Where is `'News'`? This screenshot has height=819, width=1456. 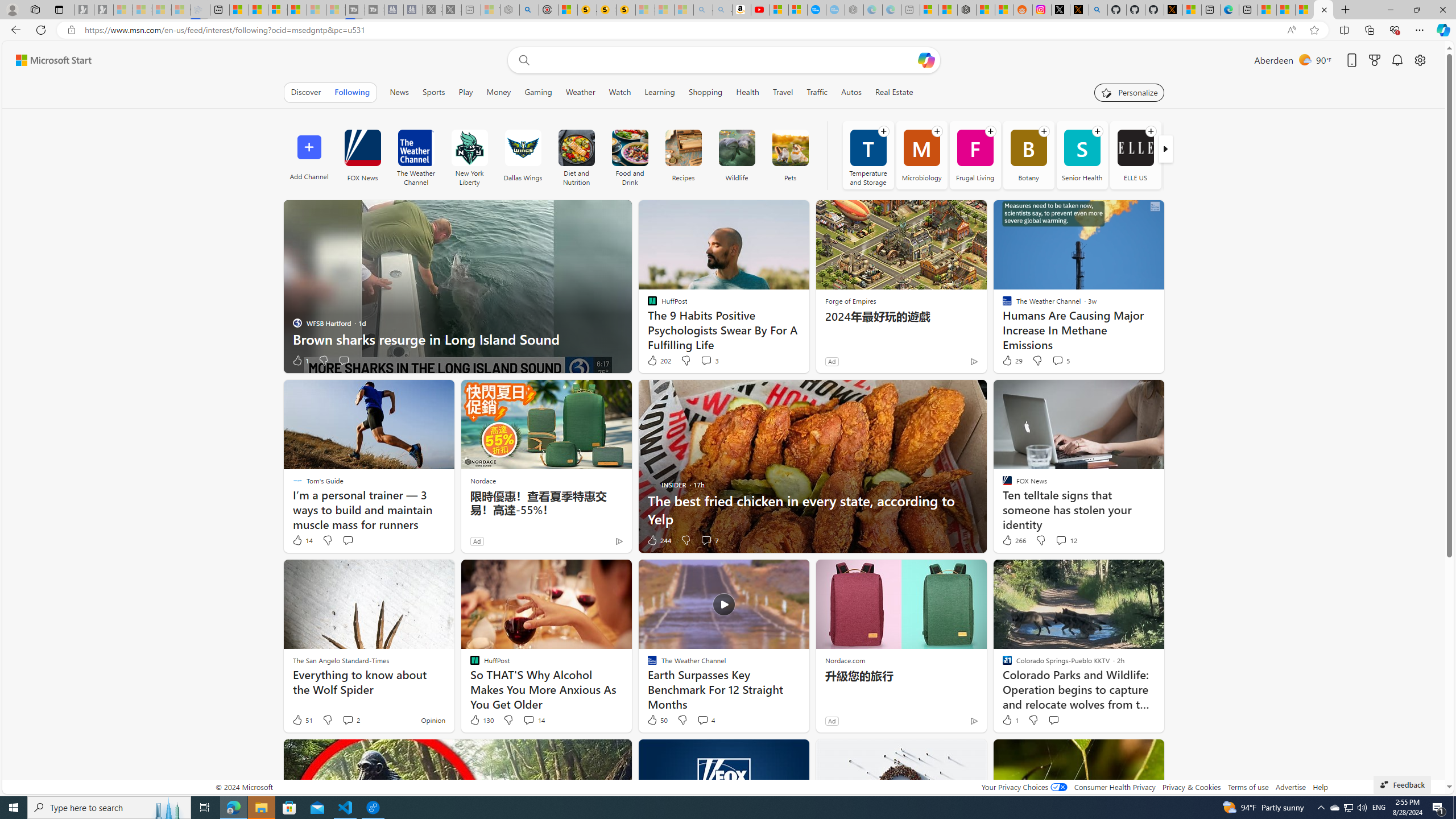
'News' is located at coordinates (399, 92).